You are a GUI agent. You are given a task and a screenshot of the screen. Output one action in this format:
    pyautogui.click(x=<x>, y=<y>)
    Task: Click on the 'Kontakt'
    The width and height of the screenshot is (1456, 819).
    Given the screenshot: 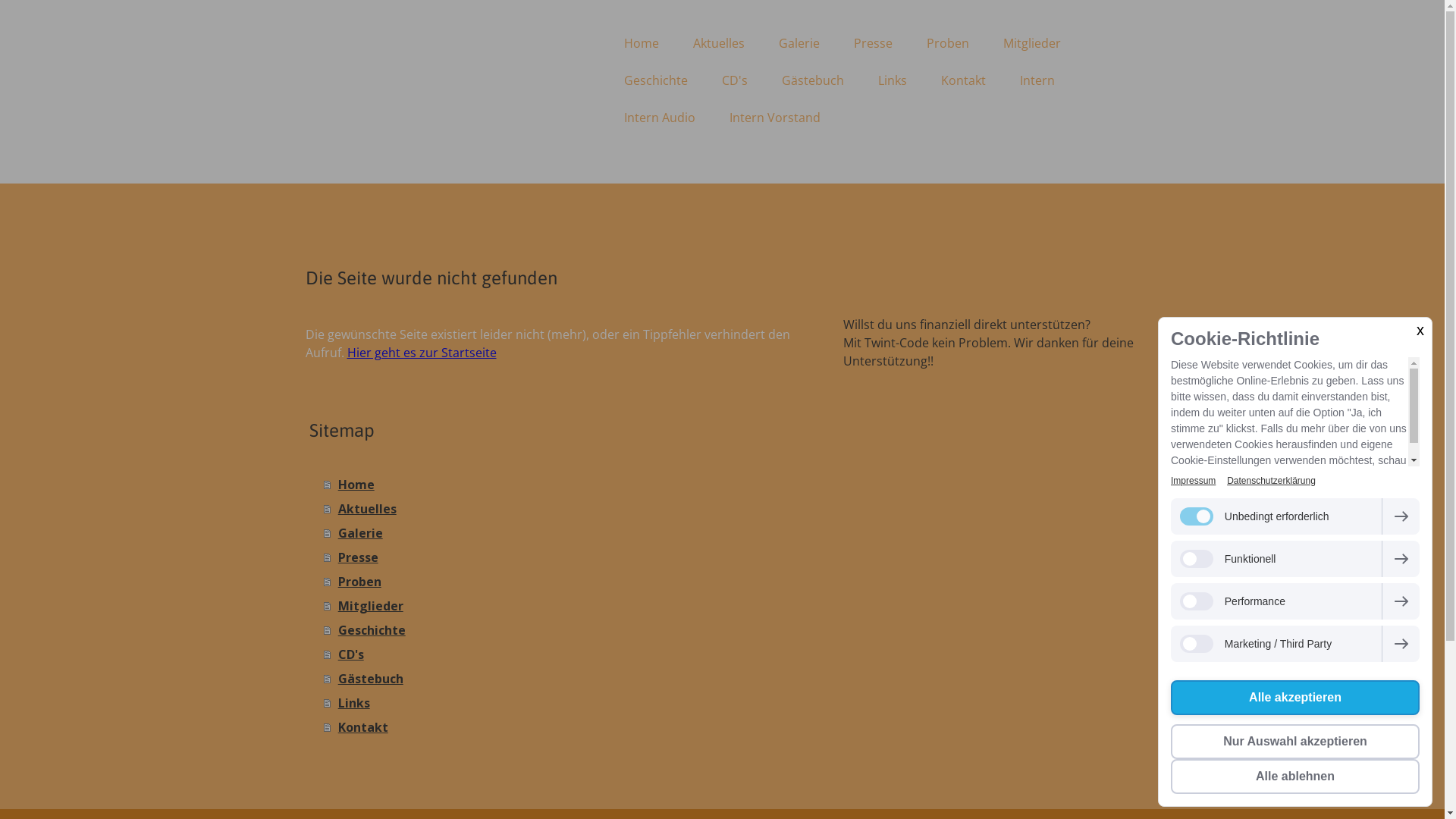 What is the action you would take?
    pyautogui.click(x=962, y=80)
    